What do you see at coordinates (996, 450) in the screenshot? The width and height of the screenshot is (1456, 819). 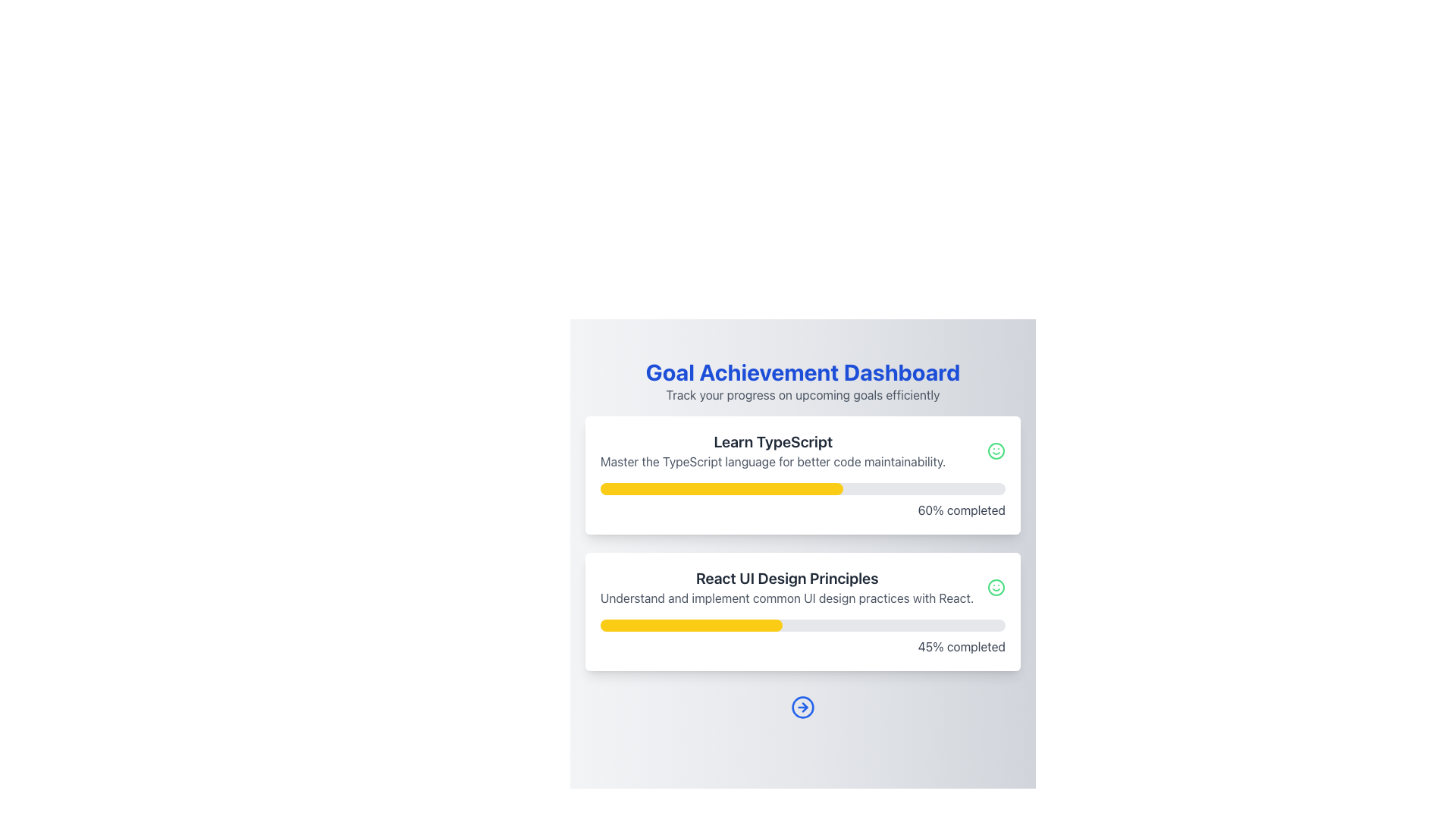 I see `the circular outline of the smiley face icon located near the top-right edge of the 'Learn TypeScript' completion bar in the progress dashboard` at bounding box center [996, 450].